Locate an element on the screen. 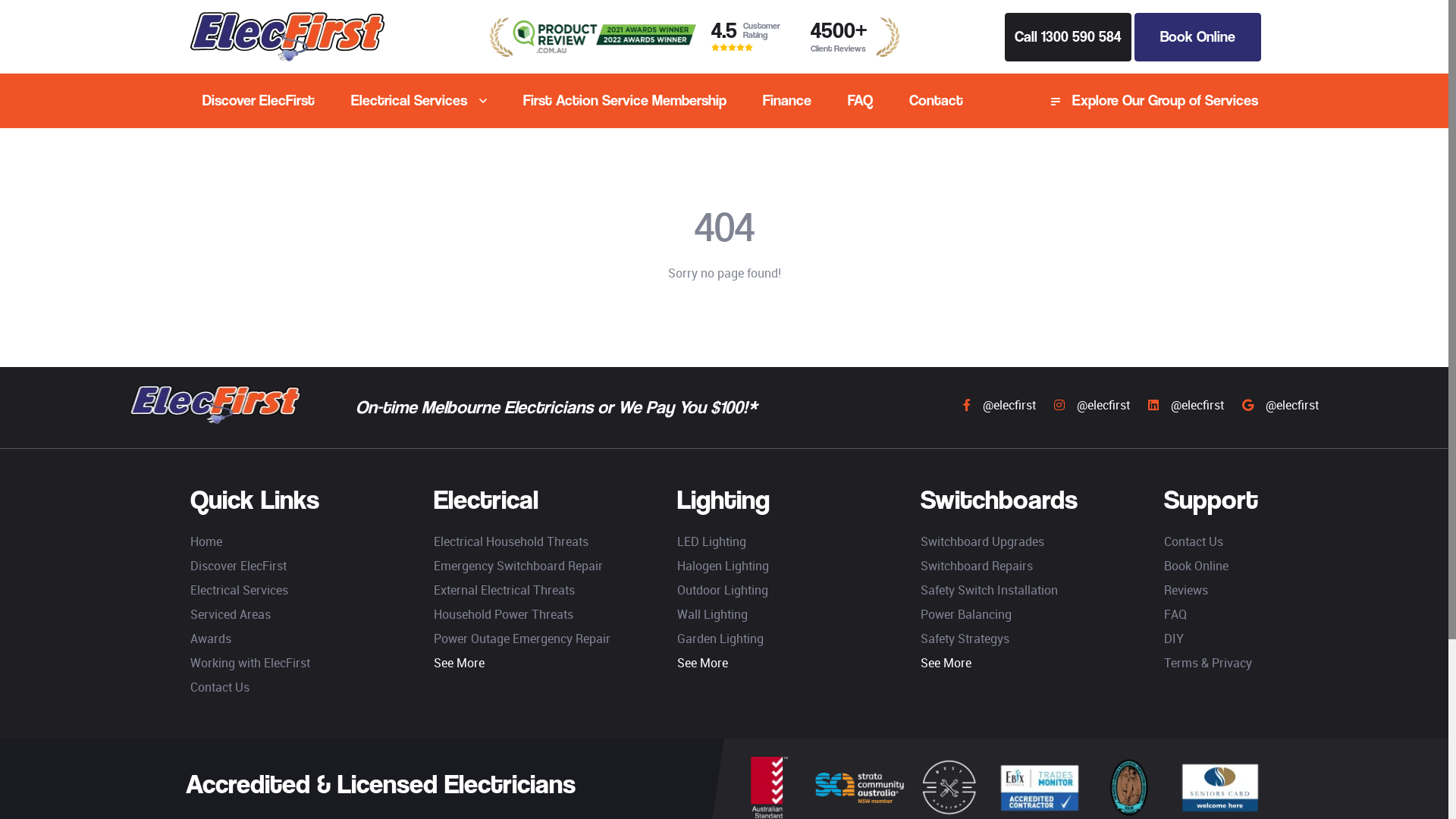  'Electrical Household Threats' is located at coordinates (510, 540).